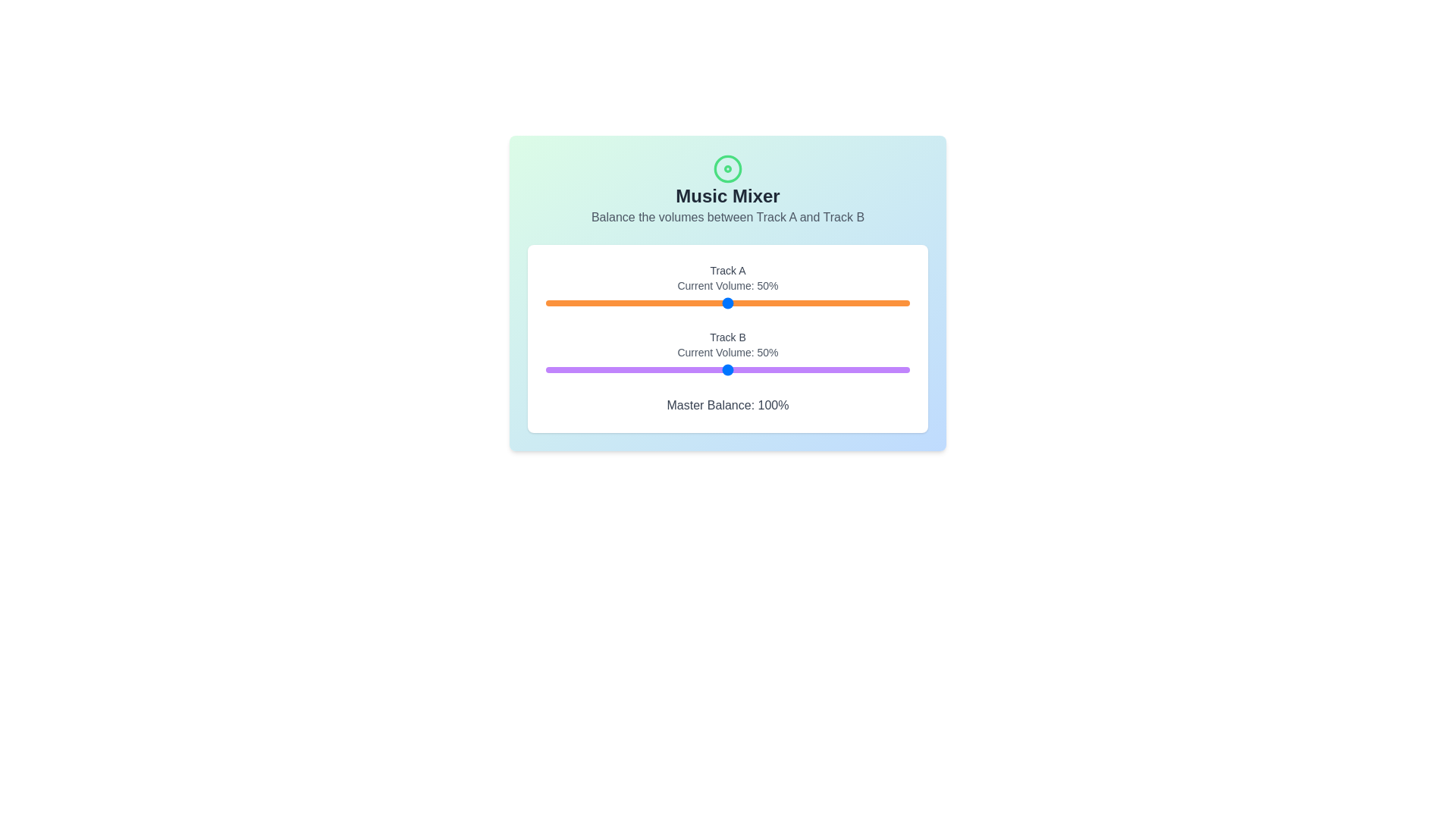  Describe the element at coordinates (892, 370) in the screenshot. I see `the volume slider for Track B to 95%` at that location.